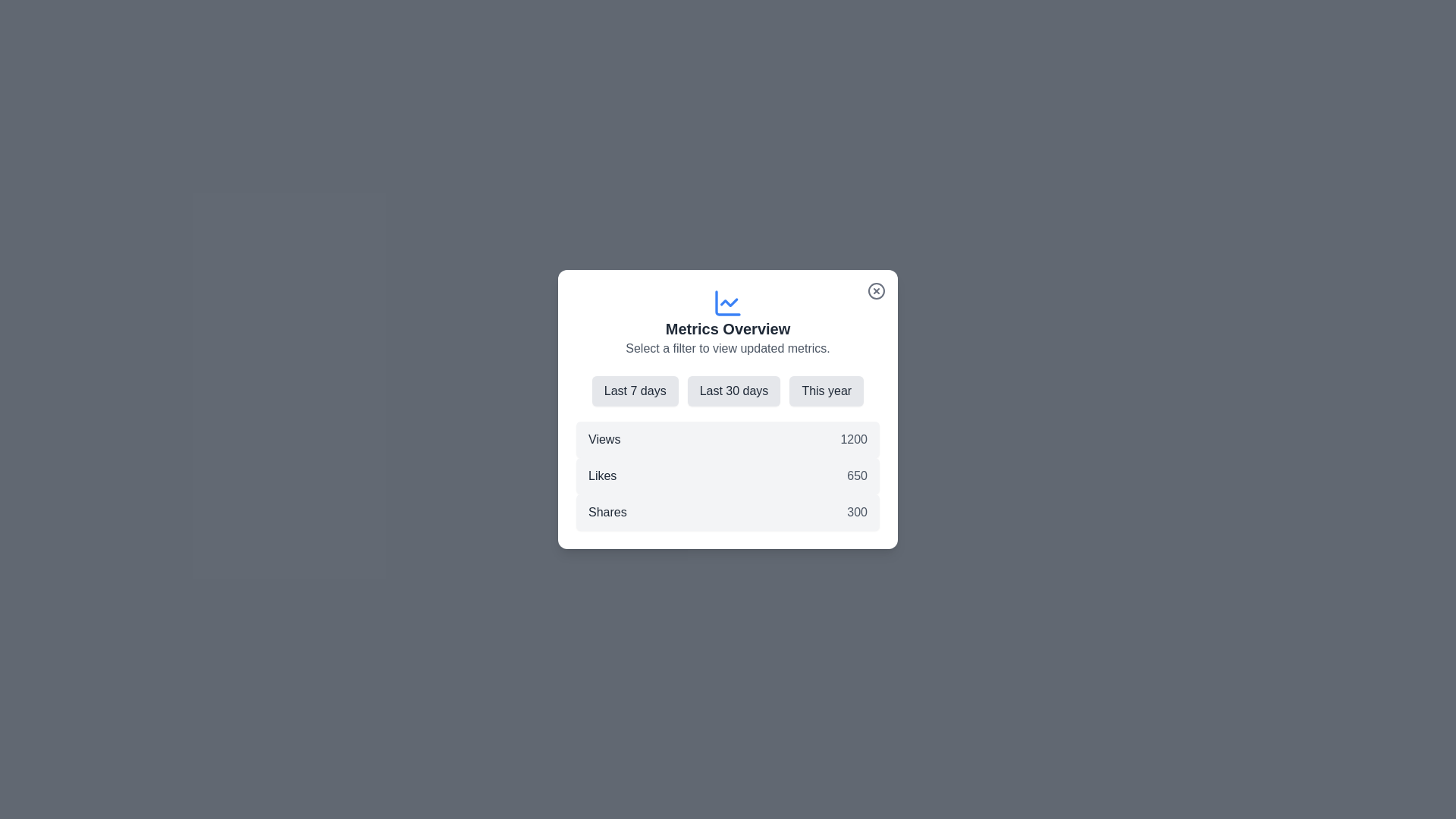 The width and height of the screenshot is (1456, 819). Describe the element at coordinates (877, 291) in the screenshot. I see `the close button to close the dialog` at that location.